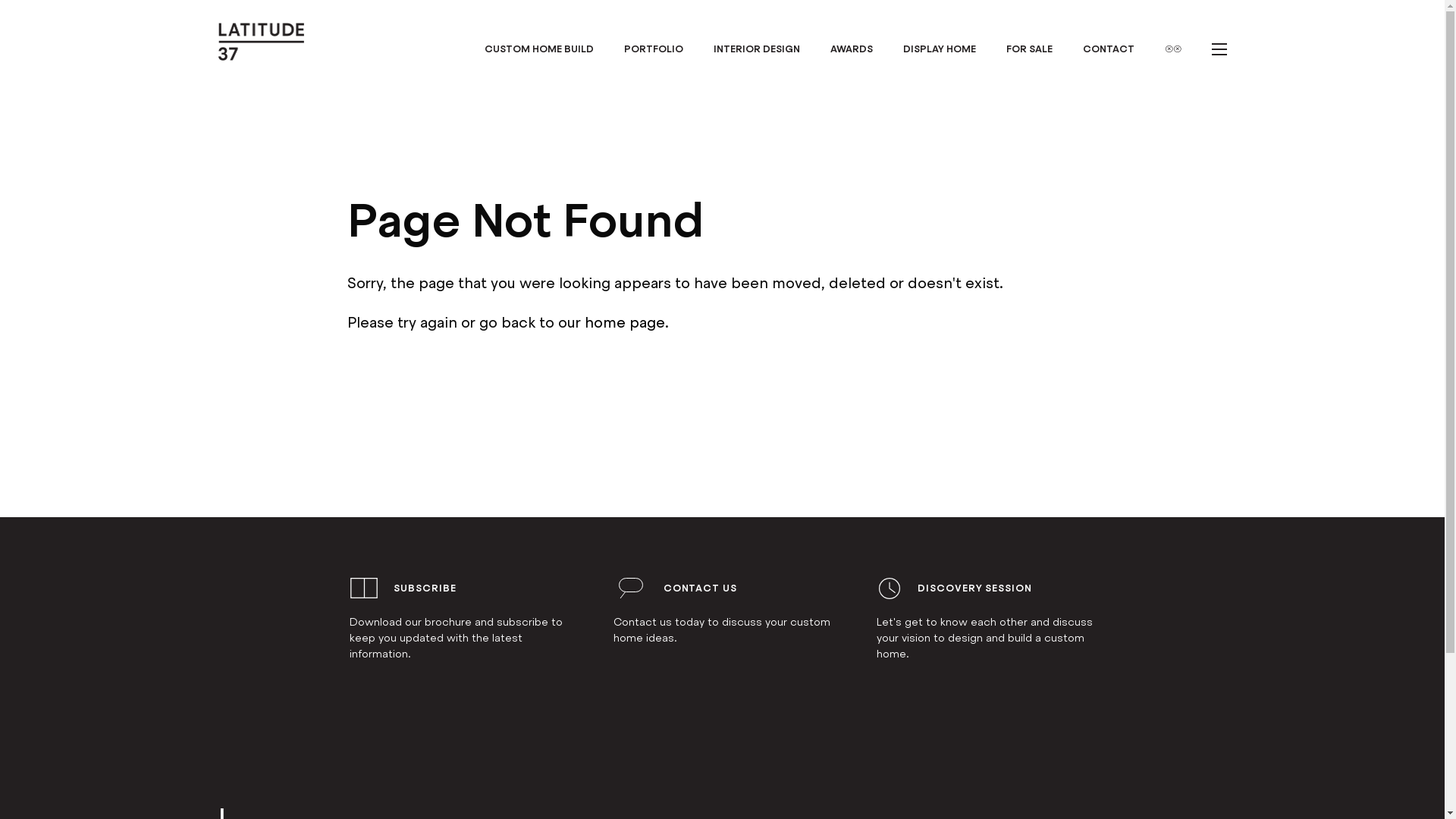  I want to click on 'CONTACT', so click(1109, 49).